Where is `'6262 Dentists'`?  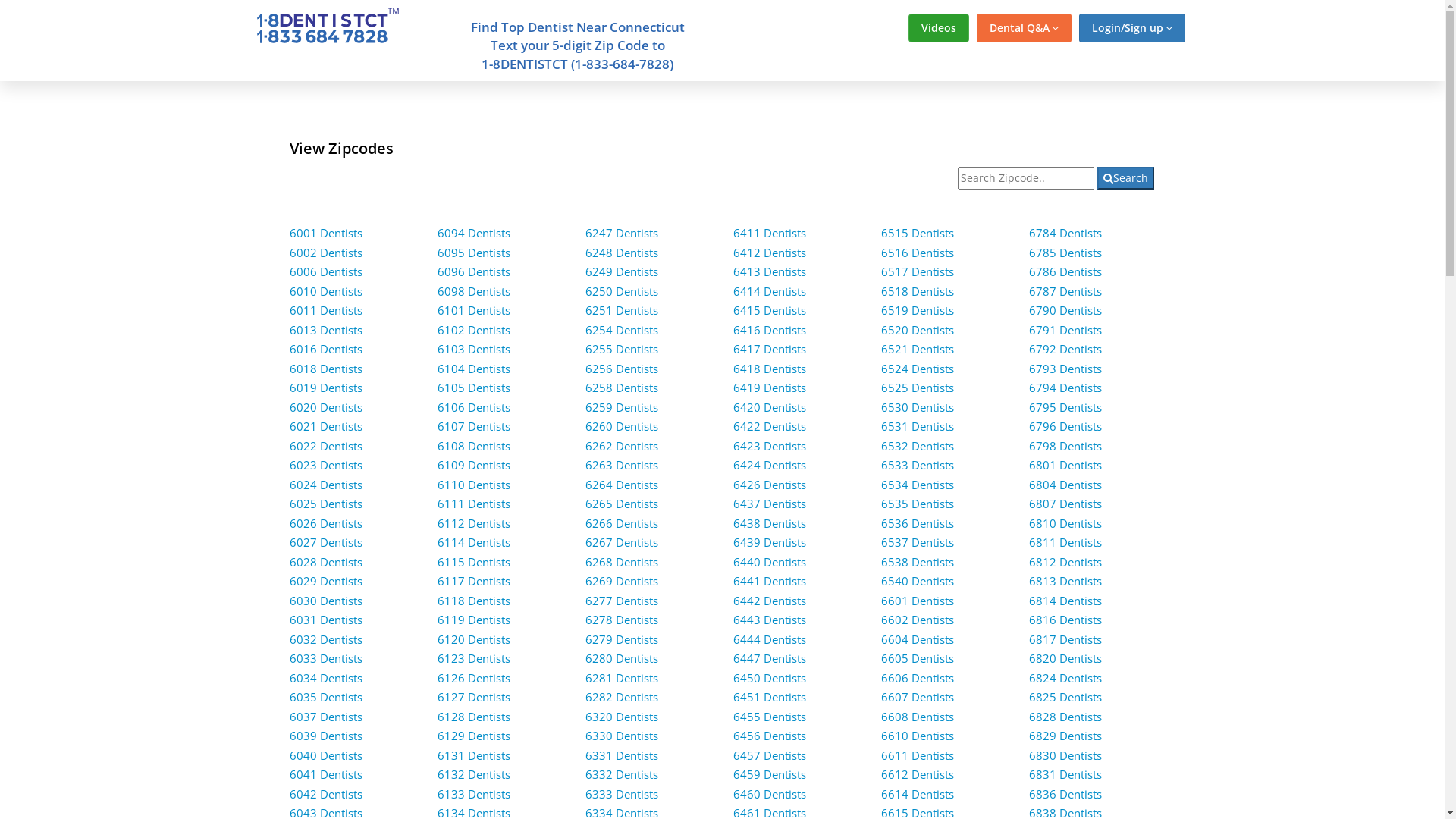 '6262 Dentists' is located at coordinates (622, 444).